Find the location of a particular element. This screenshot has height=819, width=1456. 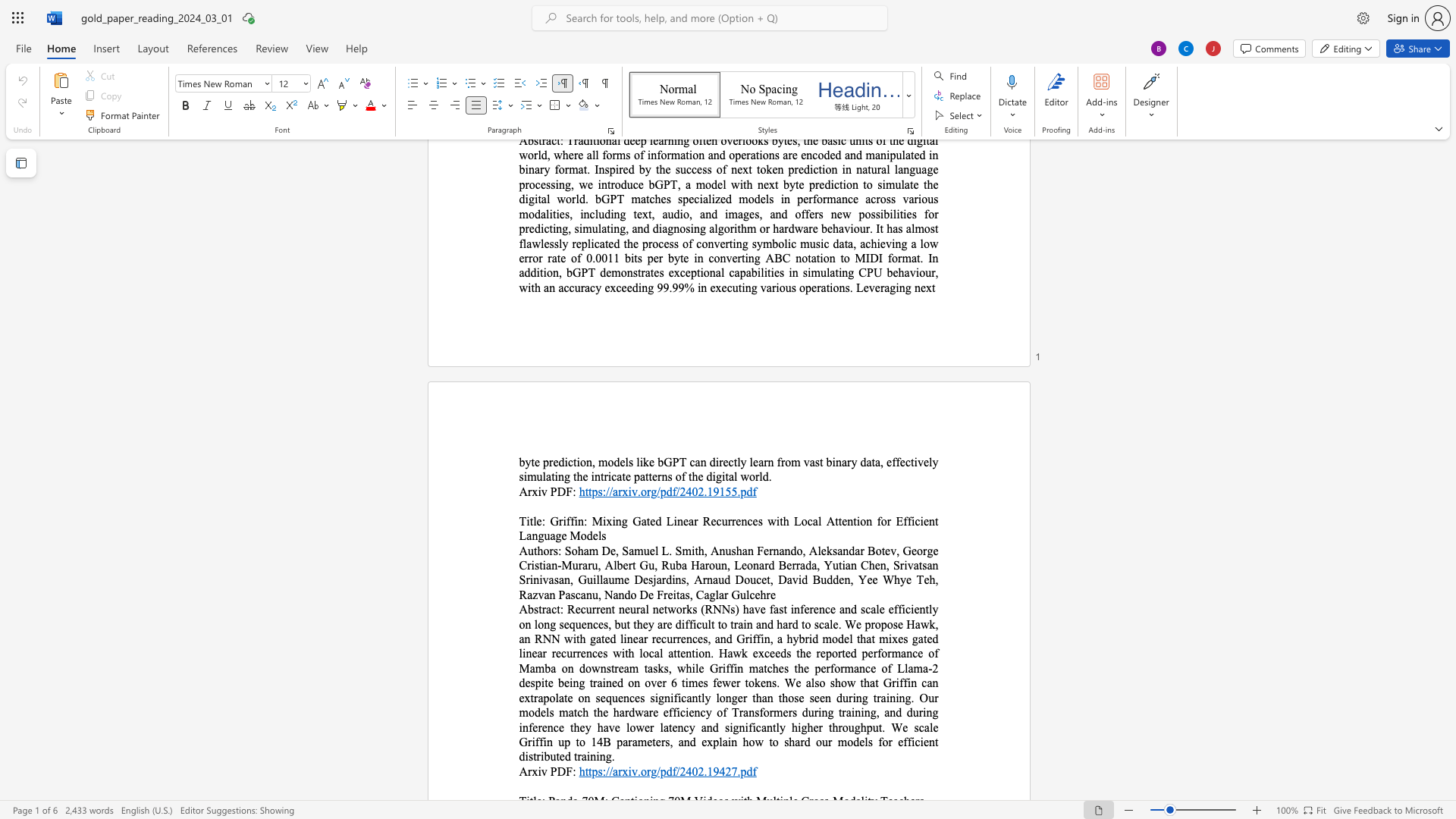

the 2th character "n" in the text is located at coordinates (618, 520).